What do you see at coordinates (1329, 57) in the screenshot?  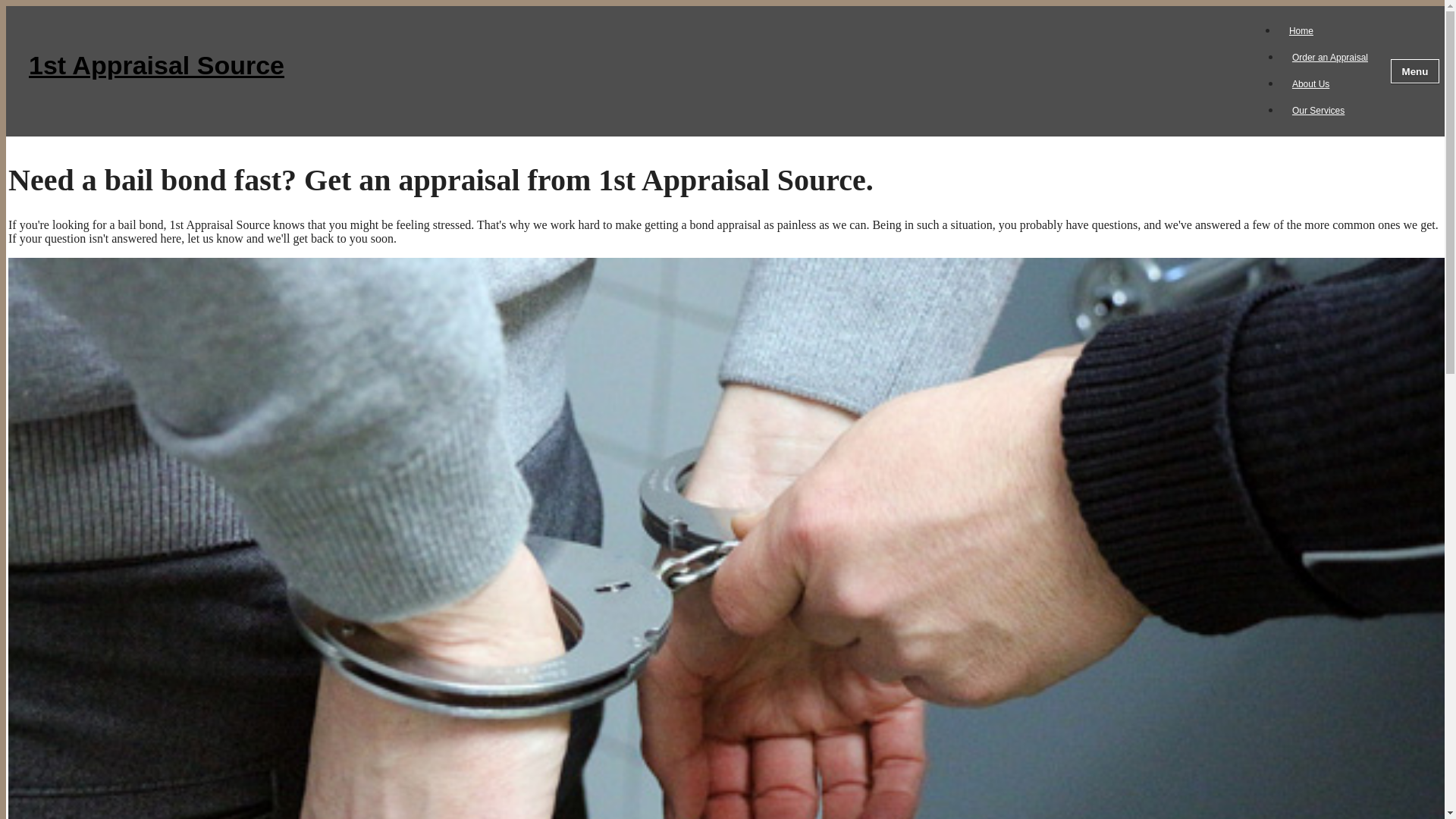 I see `'Order an Appraisal'` at bounding box center [1329, 57].